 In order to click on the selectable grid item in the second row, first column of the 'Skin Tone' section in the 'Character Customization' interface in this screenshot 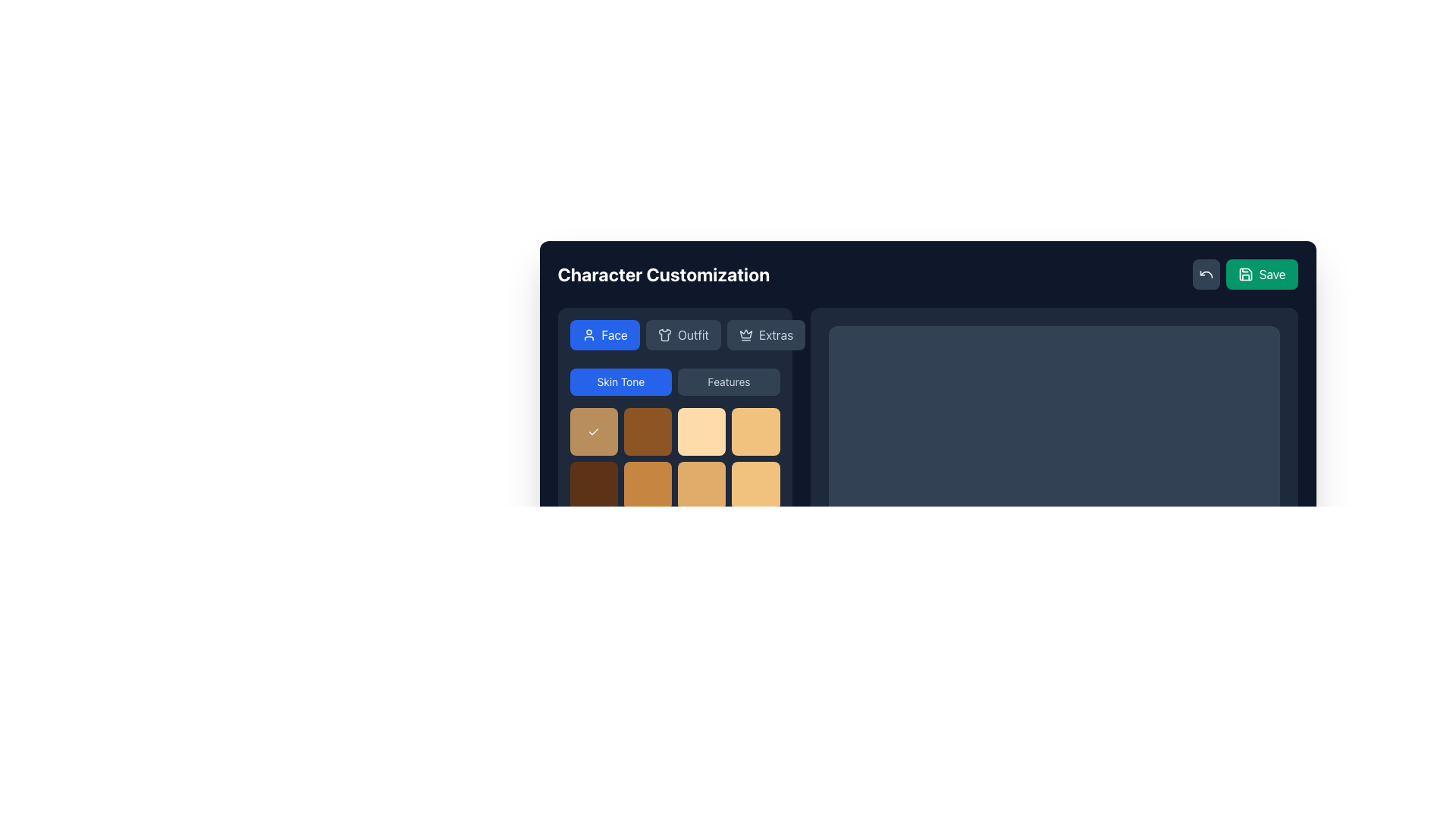, I will do `click(593, 485)`.